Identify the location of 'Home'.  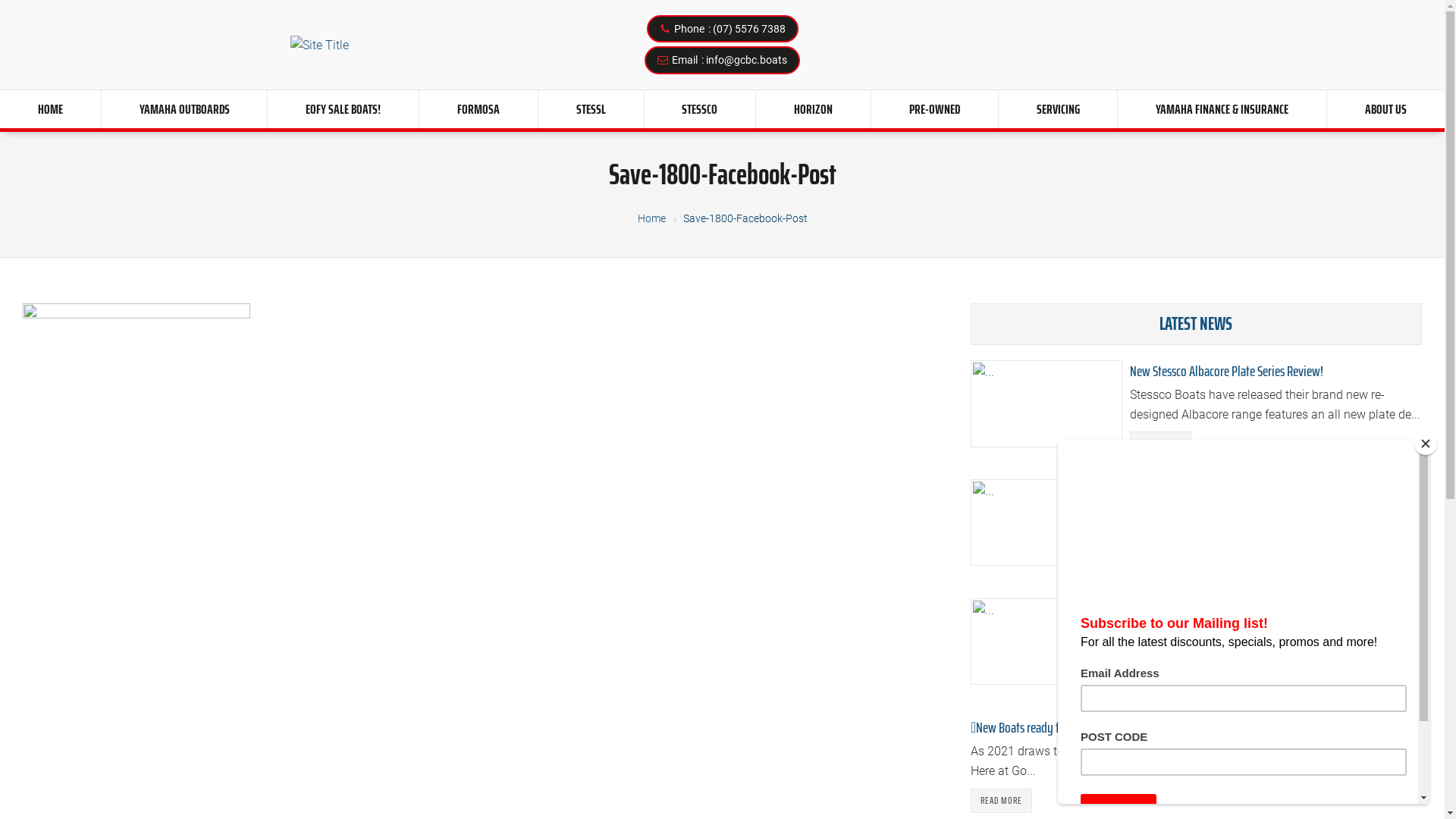
(651, 218).